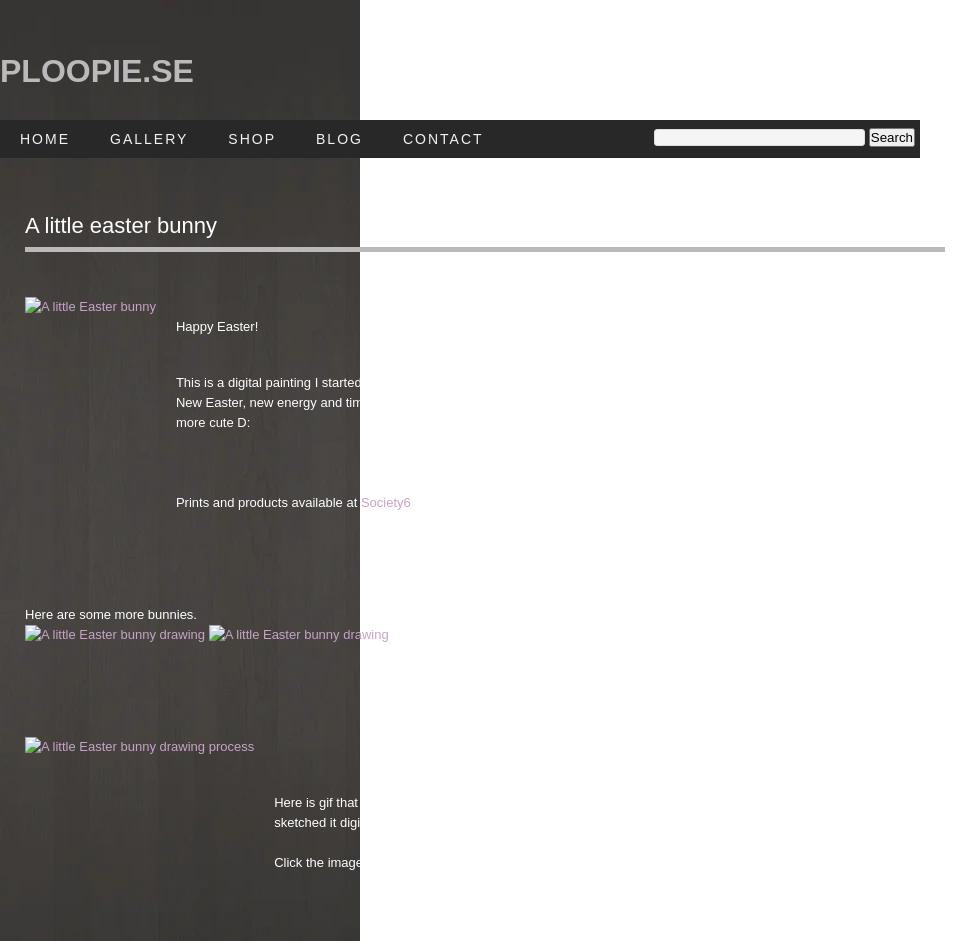 The image size is (970, 941). What do you see at coordinates (251, 137) in the screenshot?
I see `'Shop'` at bounding box center [251, 137].